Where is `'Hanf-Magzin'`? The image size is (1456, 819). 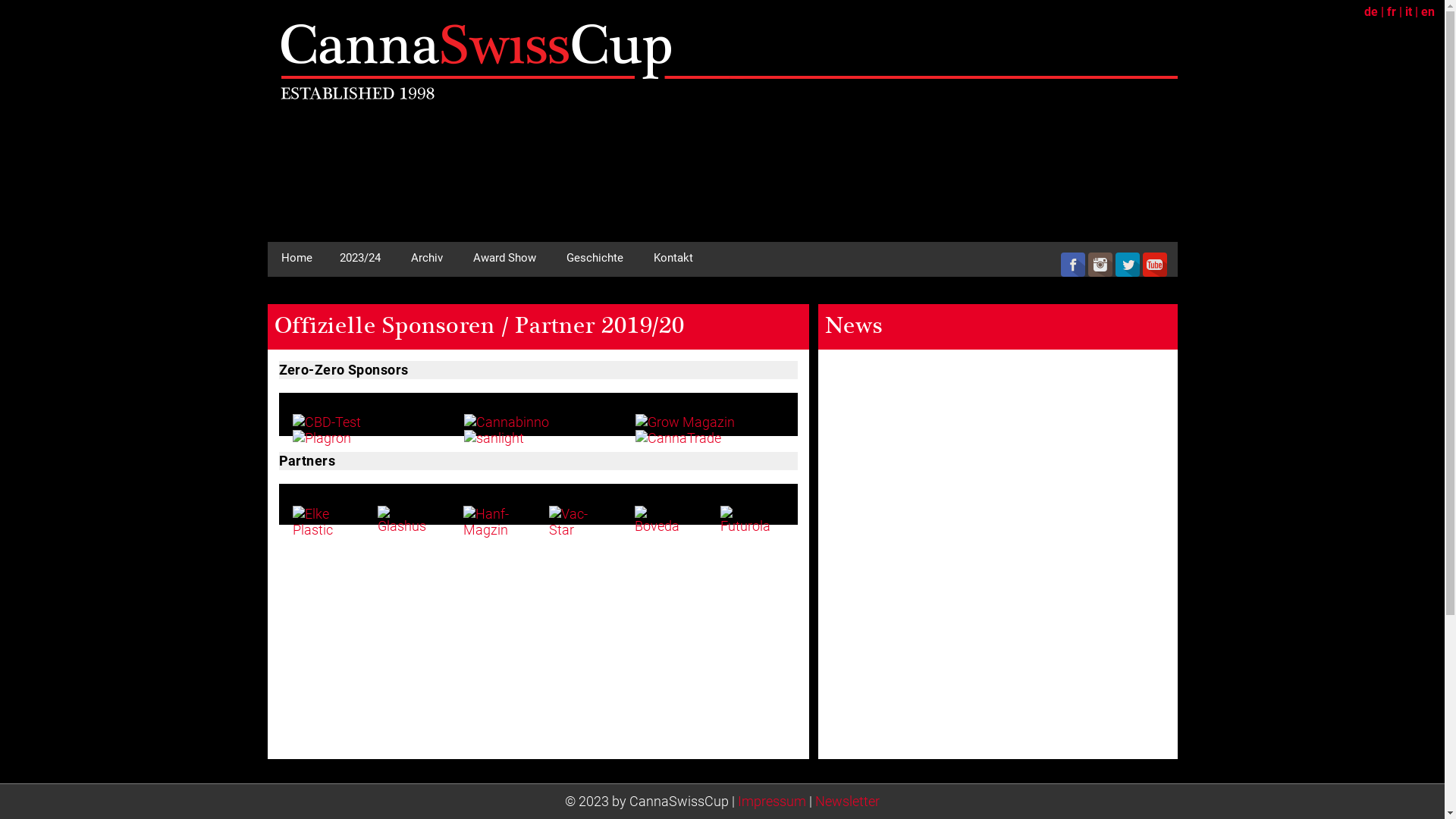 'Hanf-Magzin' is located at coordinates (491, 520).